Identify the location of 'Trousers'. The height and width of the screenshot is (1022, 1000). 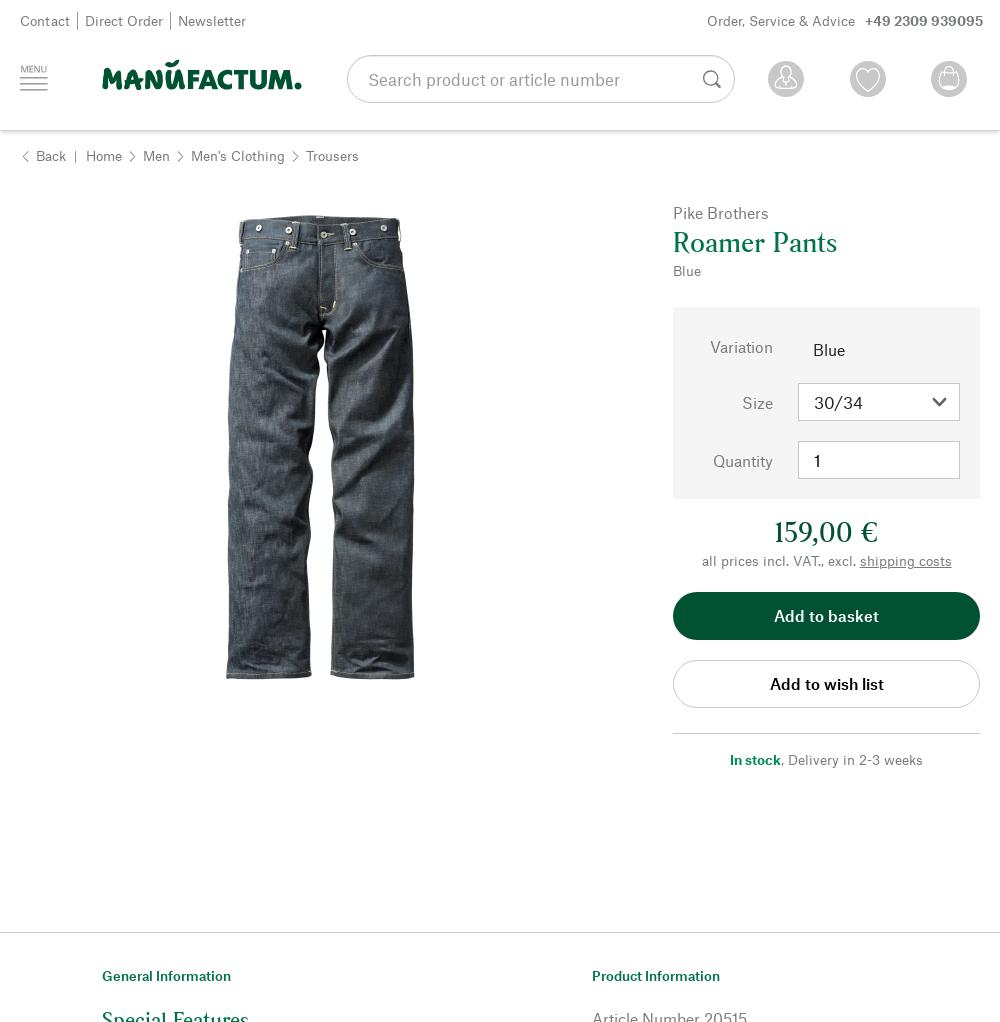
(331, 153).